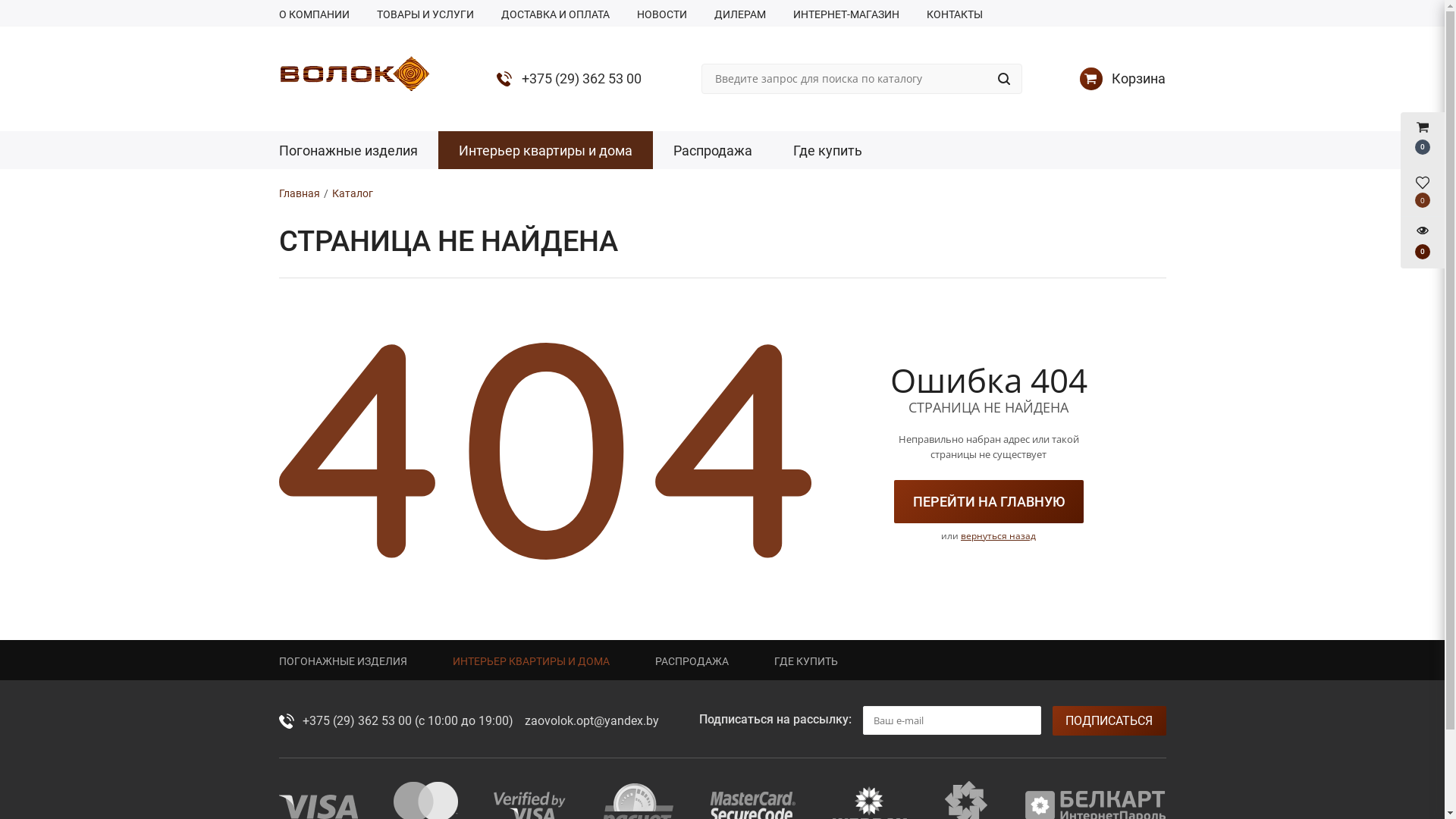 The image size is (1456, 819). I want to click on 'volokwood', so click(354, 74).